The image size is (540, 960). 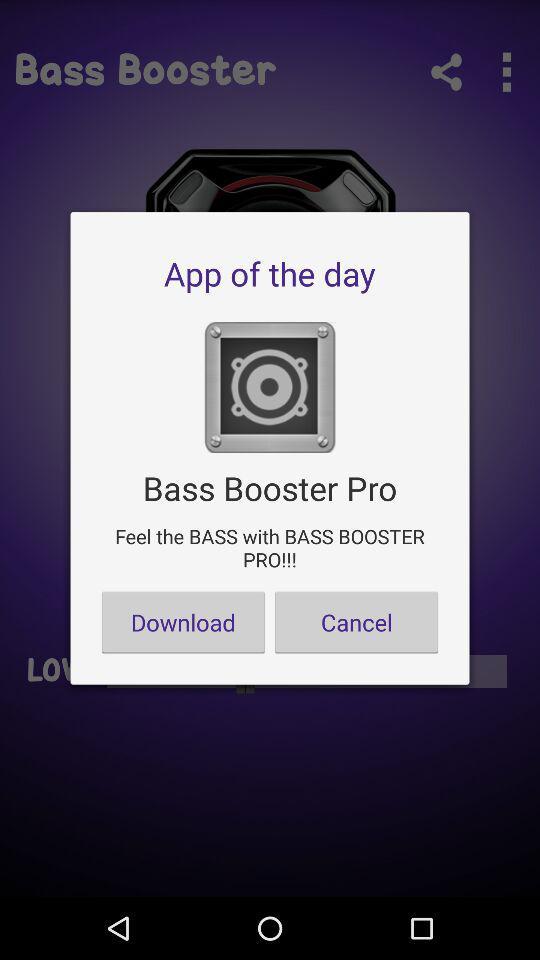 I want to click on the cancel button, so click(x=355, y=621).